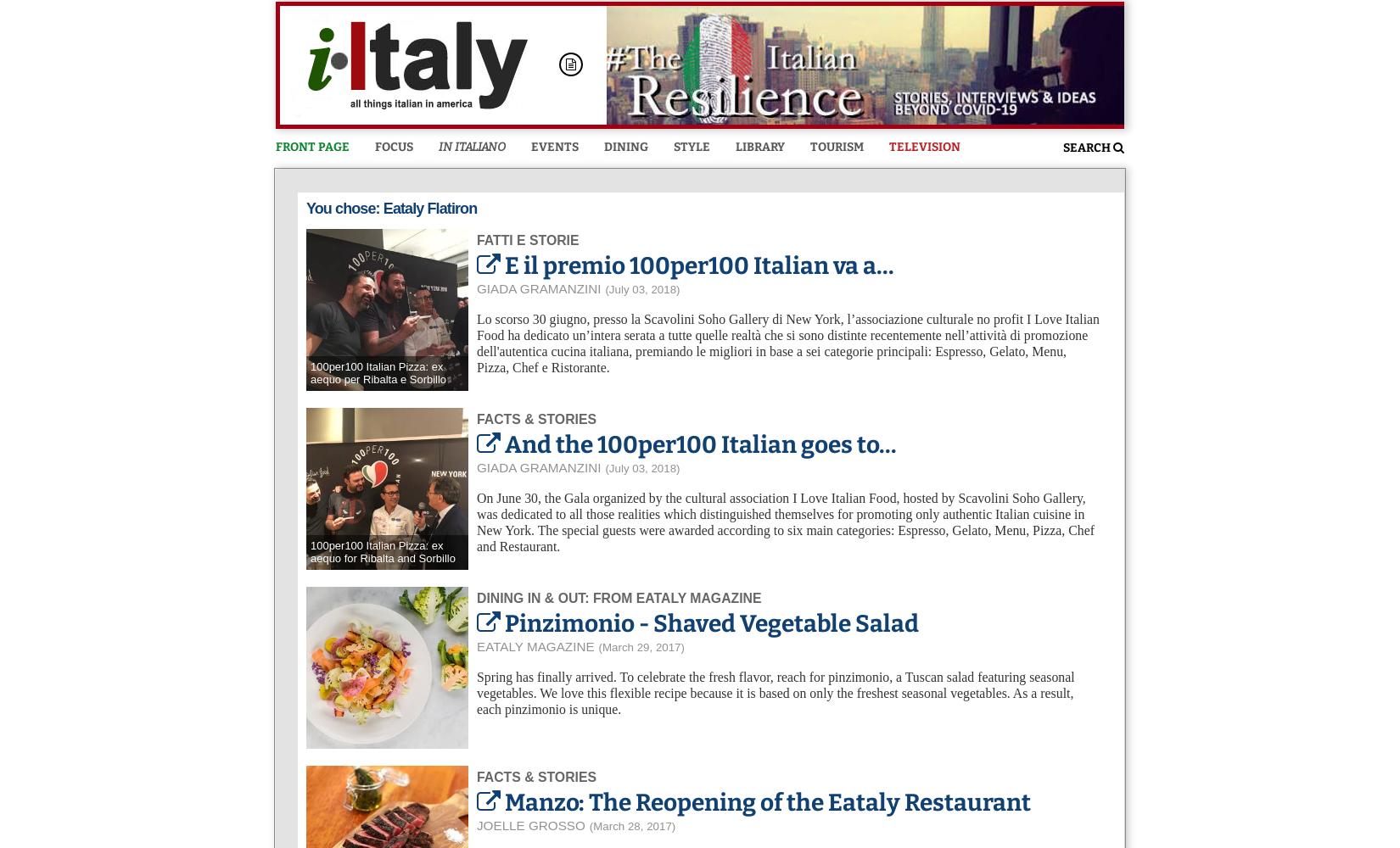 This screenshot has height=848, width=1400. Describe the element at coordinates (618, 597) in the screenshot. I see `'Dining in & out: From Eataly Magazine'` at that location.